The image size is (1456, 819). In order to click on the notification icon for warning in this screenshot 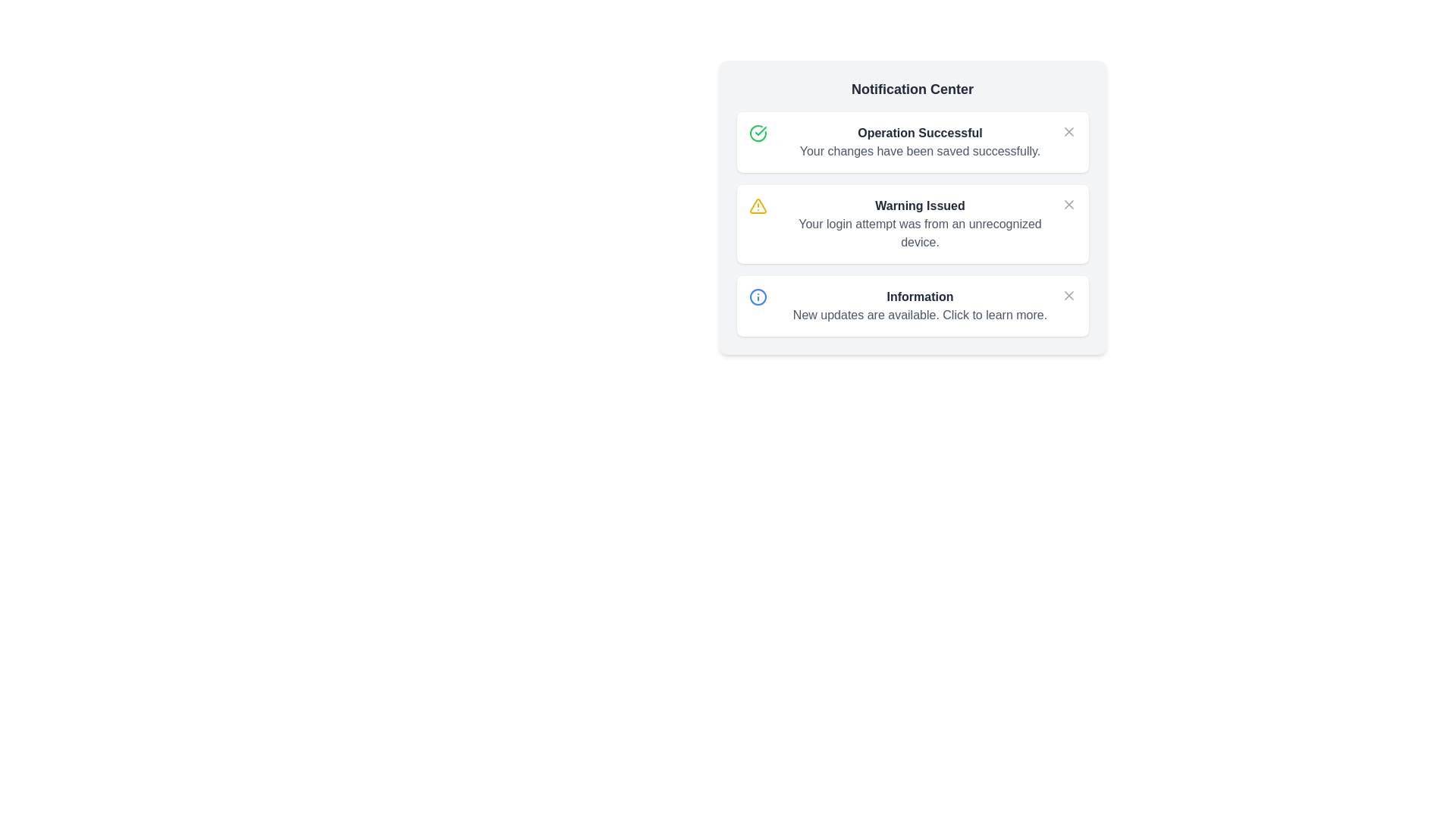, I will do `click(1068, 205)`.